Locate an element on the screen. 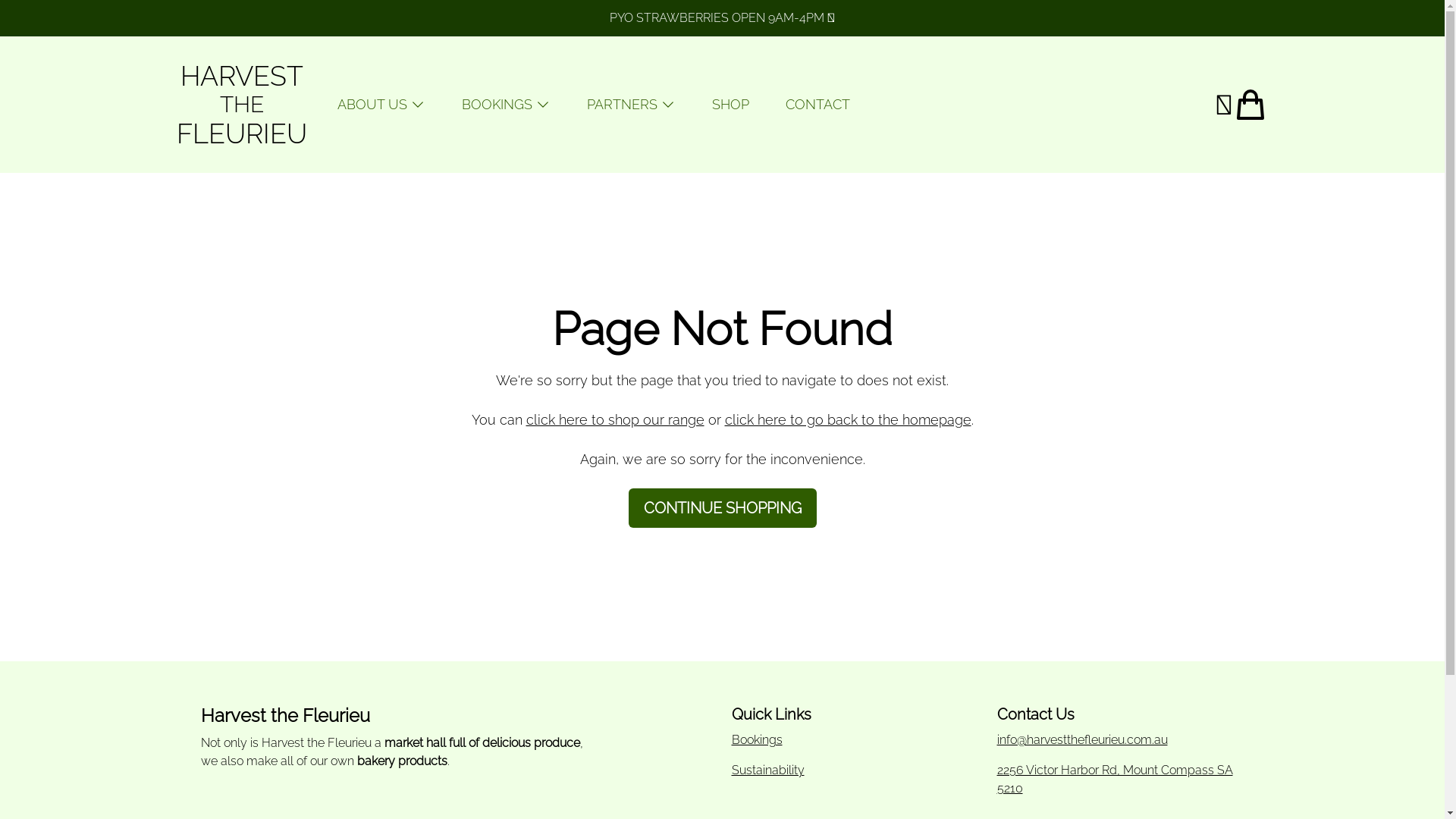  'click here to go back to the homepage' is located at coordinates (847, 419).